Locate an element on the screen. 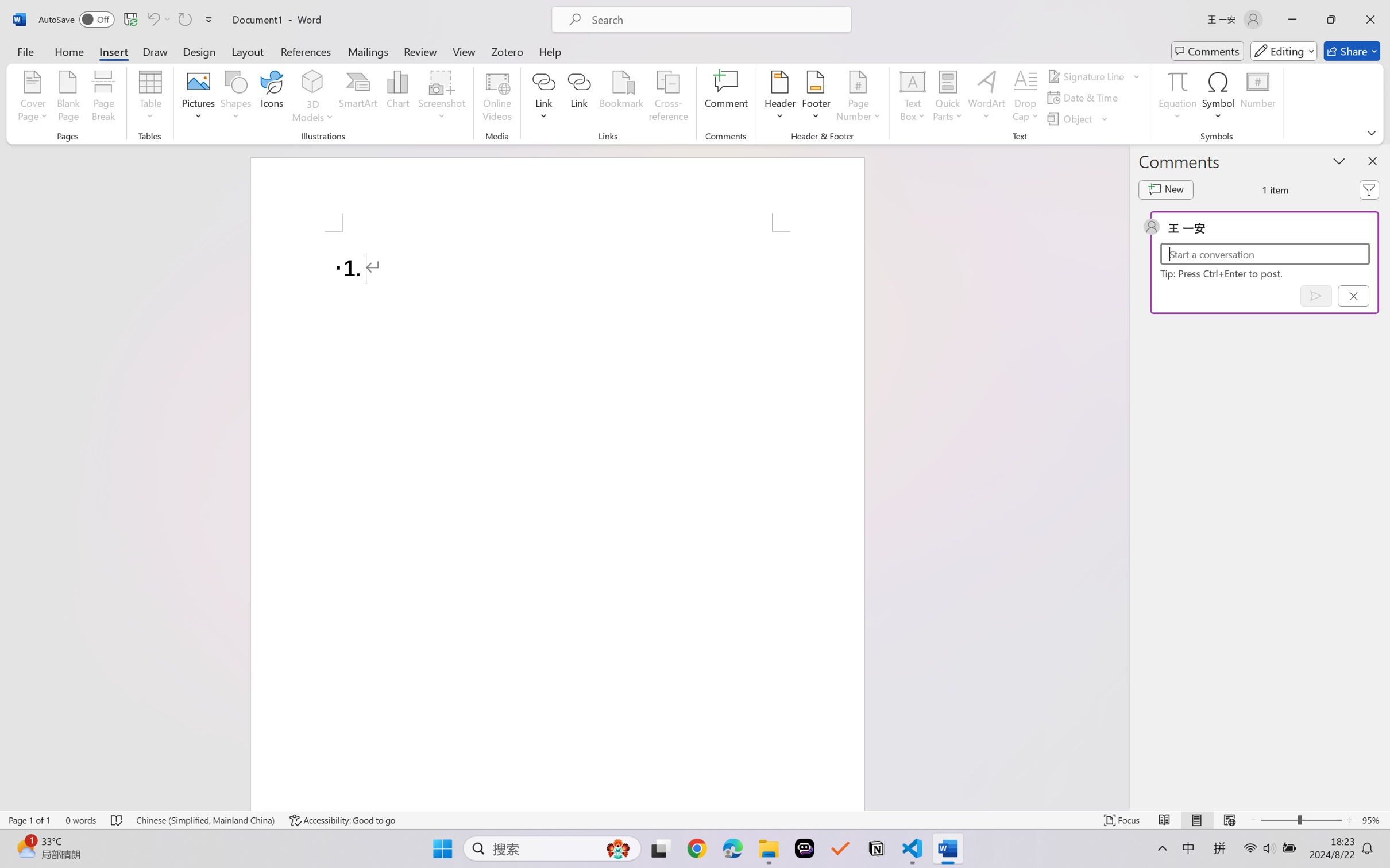 The height and width of the screenshot is (868, 1390). 'Pictures' is located at coordinates (199, 98).